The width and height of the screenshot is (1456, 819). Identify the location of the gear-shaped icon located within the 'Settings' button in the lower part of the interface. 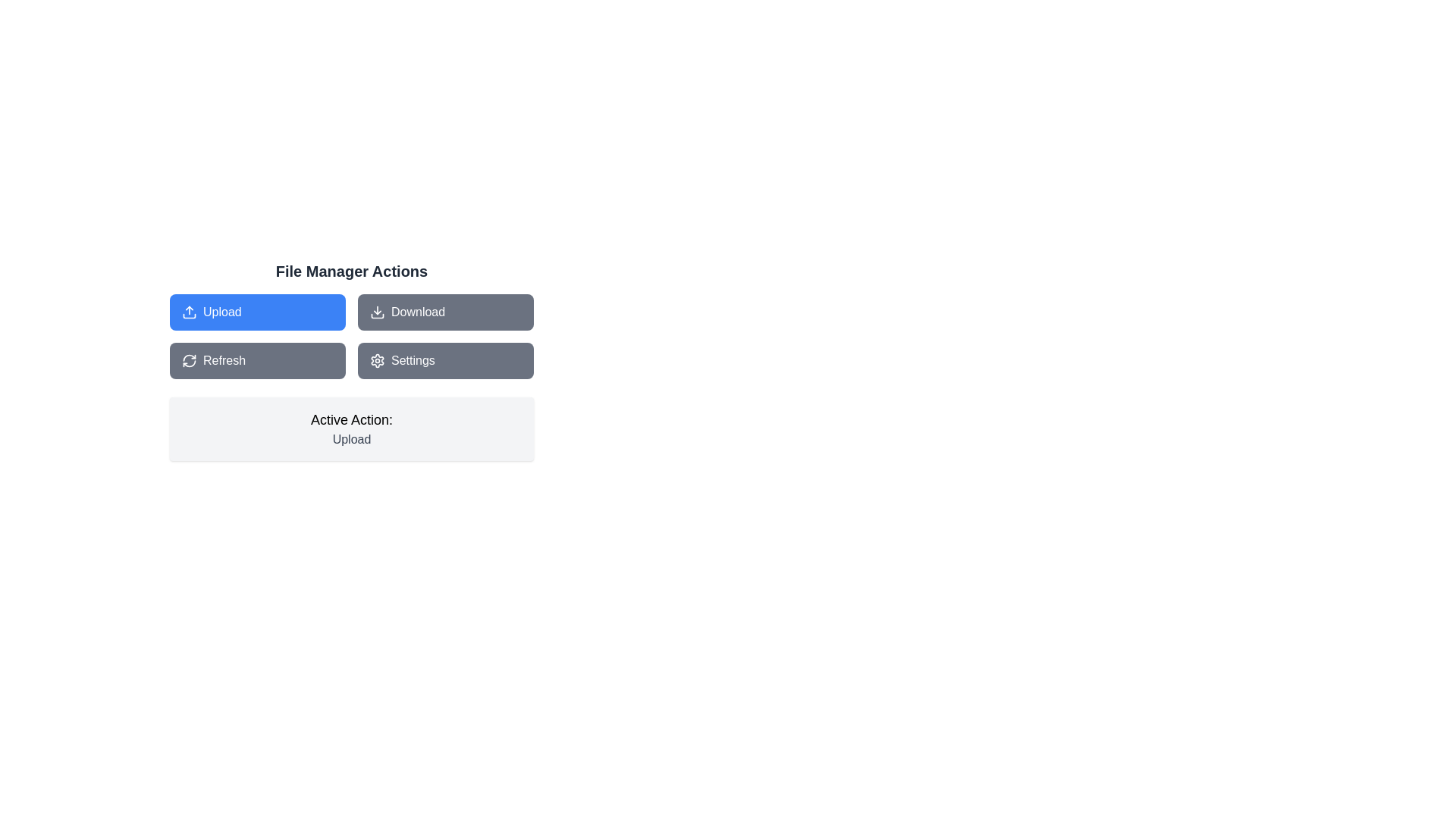
(378, 360).